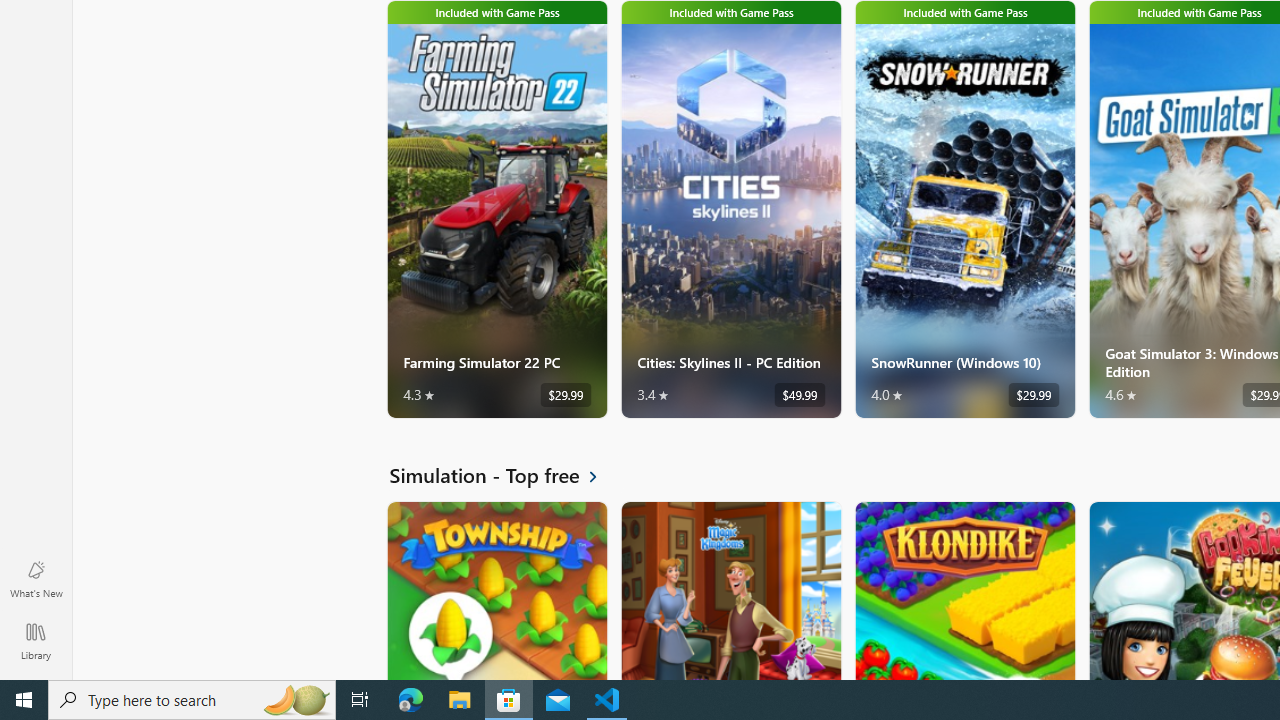  I want to click on 'See all  Simulation - Top free', so click(505, 475).